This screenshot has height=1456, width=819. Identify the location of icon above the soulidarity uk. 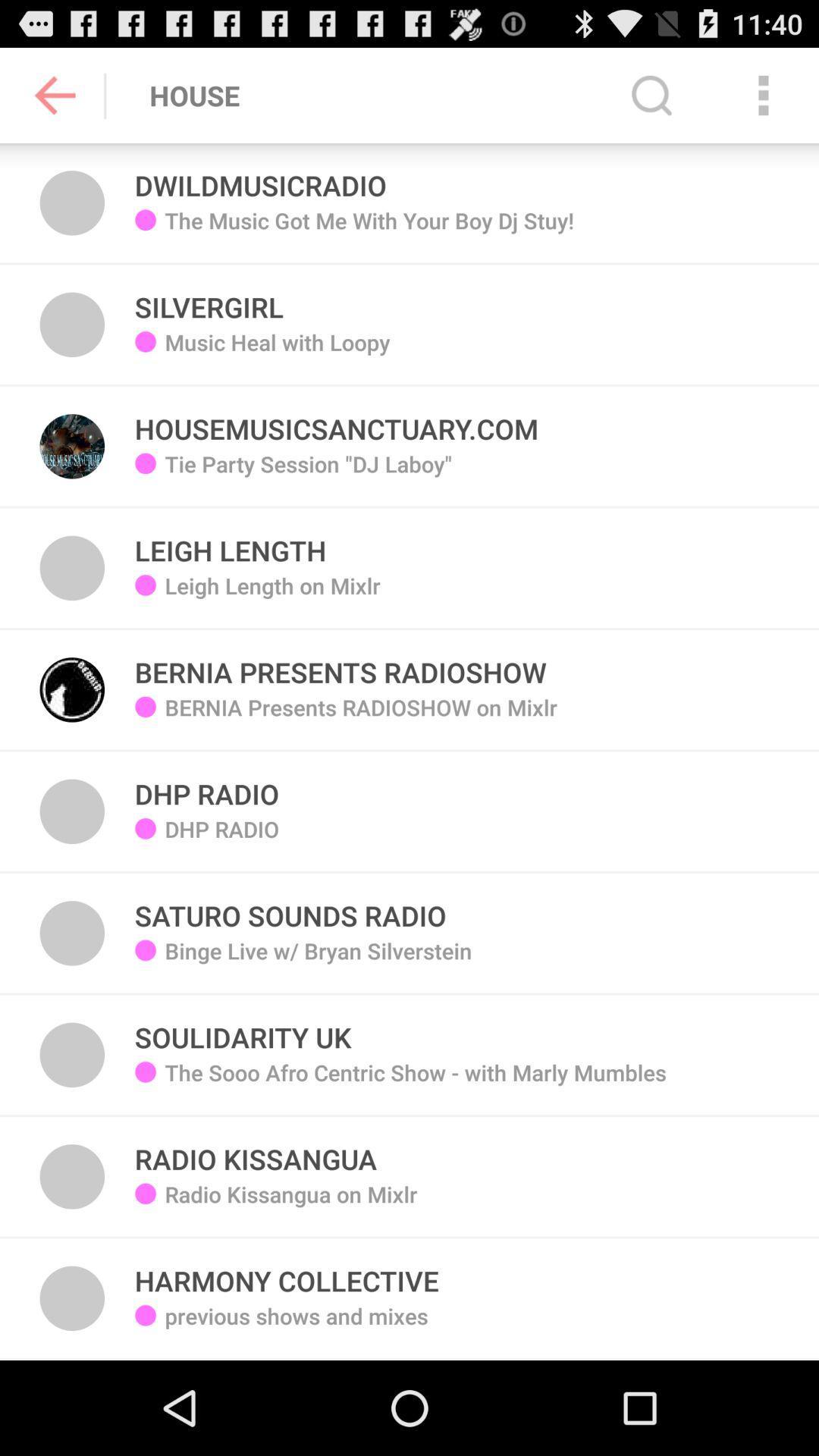
(318, 961).